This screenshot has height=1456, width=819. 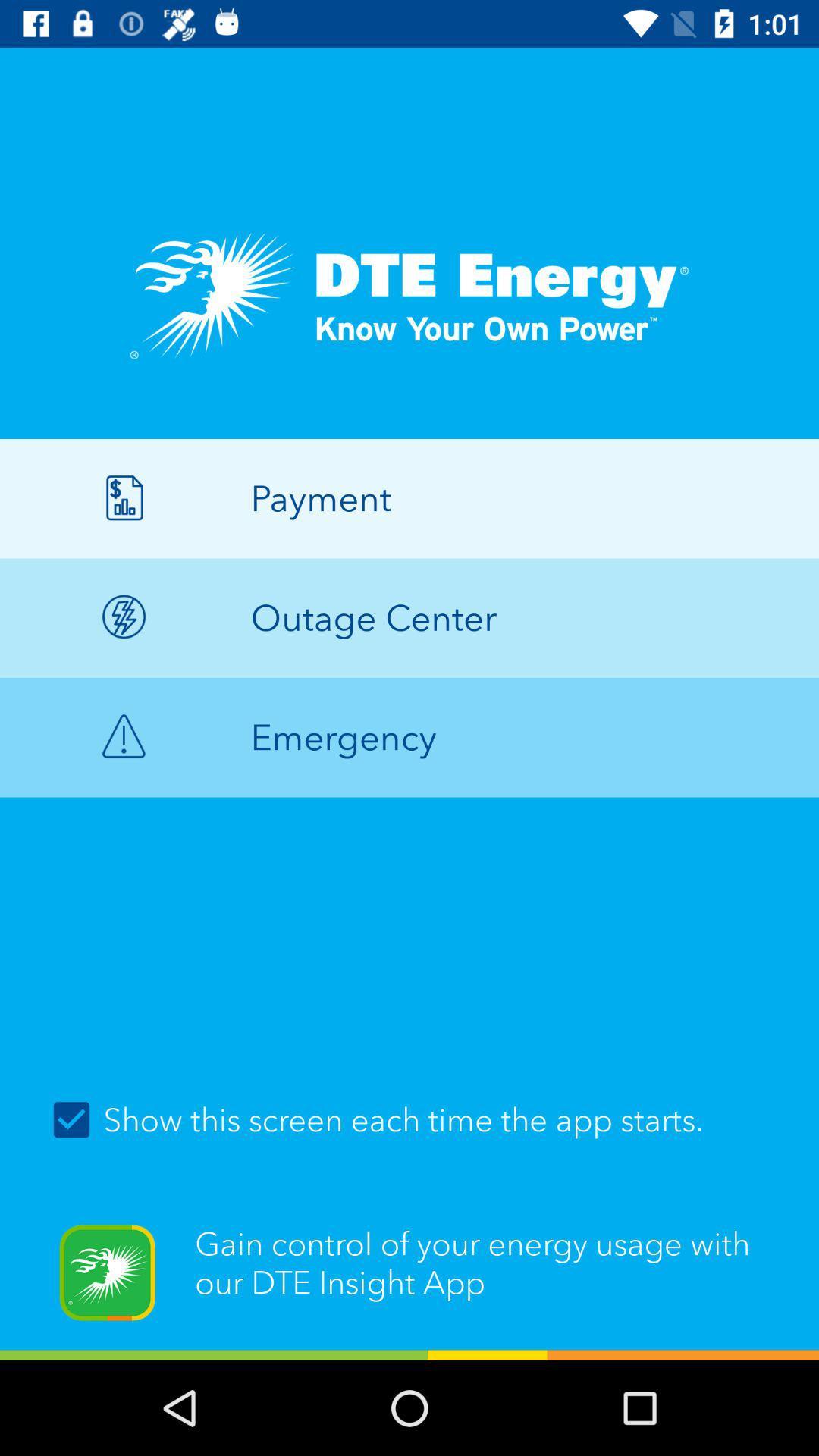 I want to click on the icon below show this screen, so click(x=409, y=1282).